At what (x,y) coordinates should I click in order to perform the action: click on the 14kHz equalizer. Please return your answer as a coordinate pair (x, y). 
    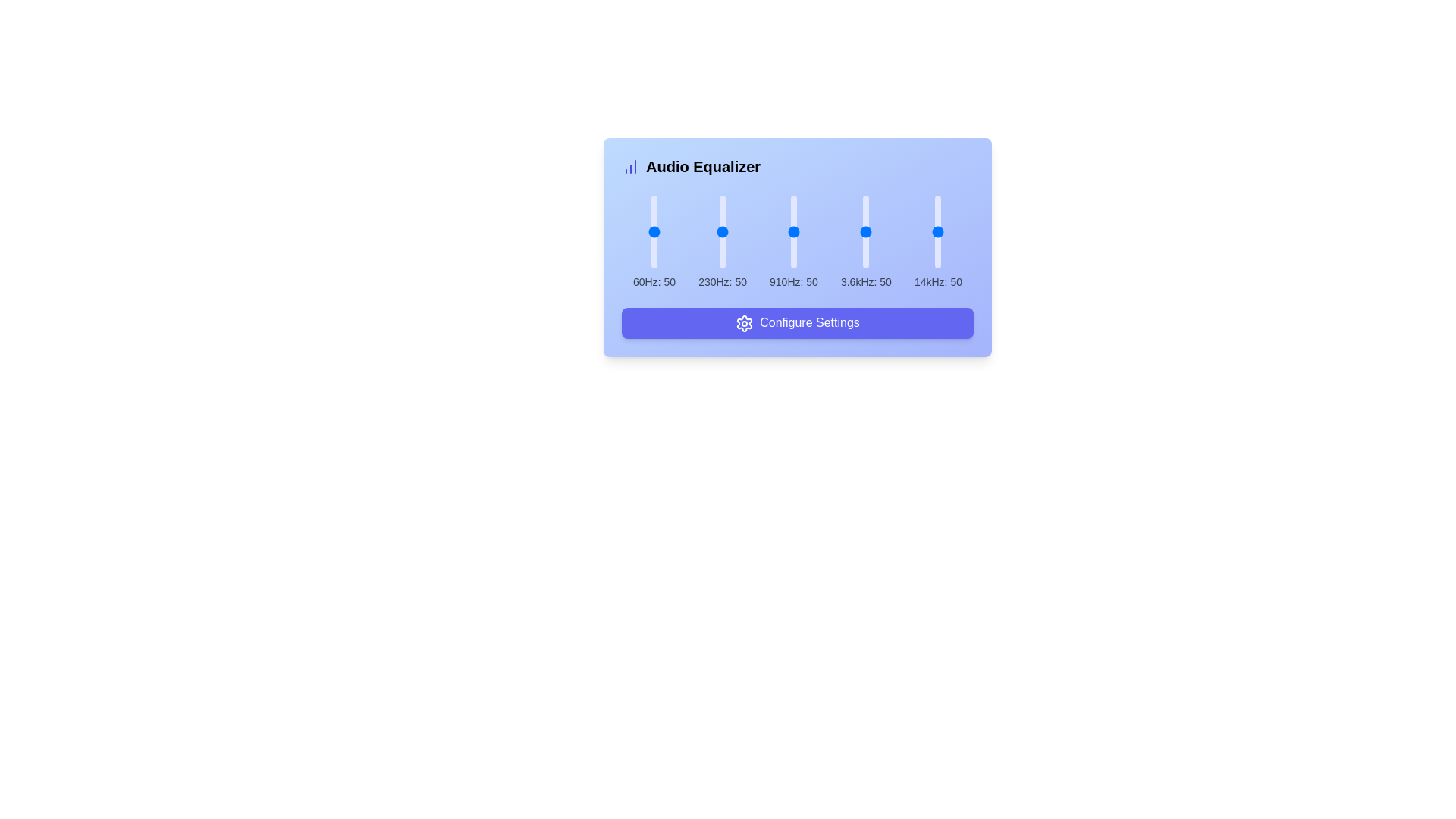
    Looking at the image, I should click on (937, 214).